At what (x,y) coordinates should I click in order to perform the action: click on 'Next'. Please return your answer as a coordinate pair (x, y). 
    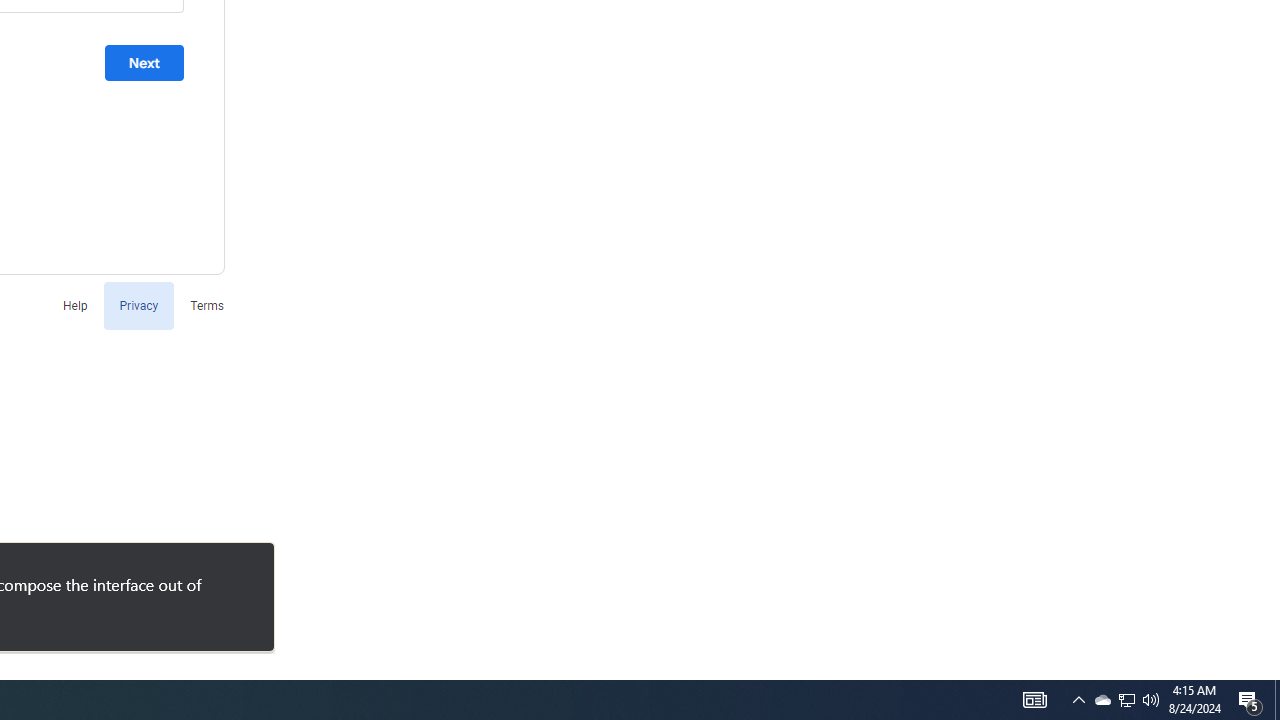
    Looking at the image, I should click on (143, 62).